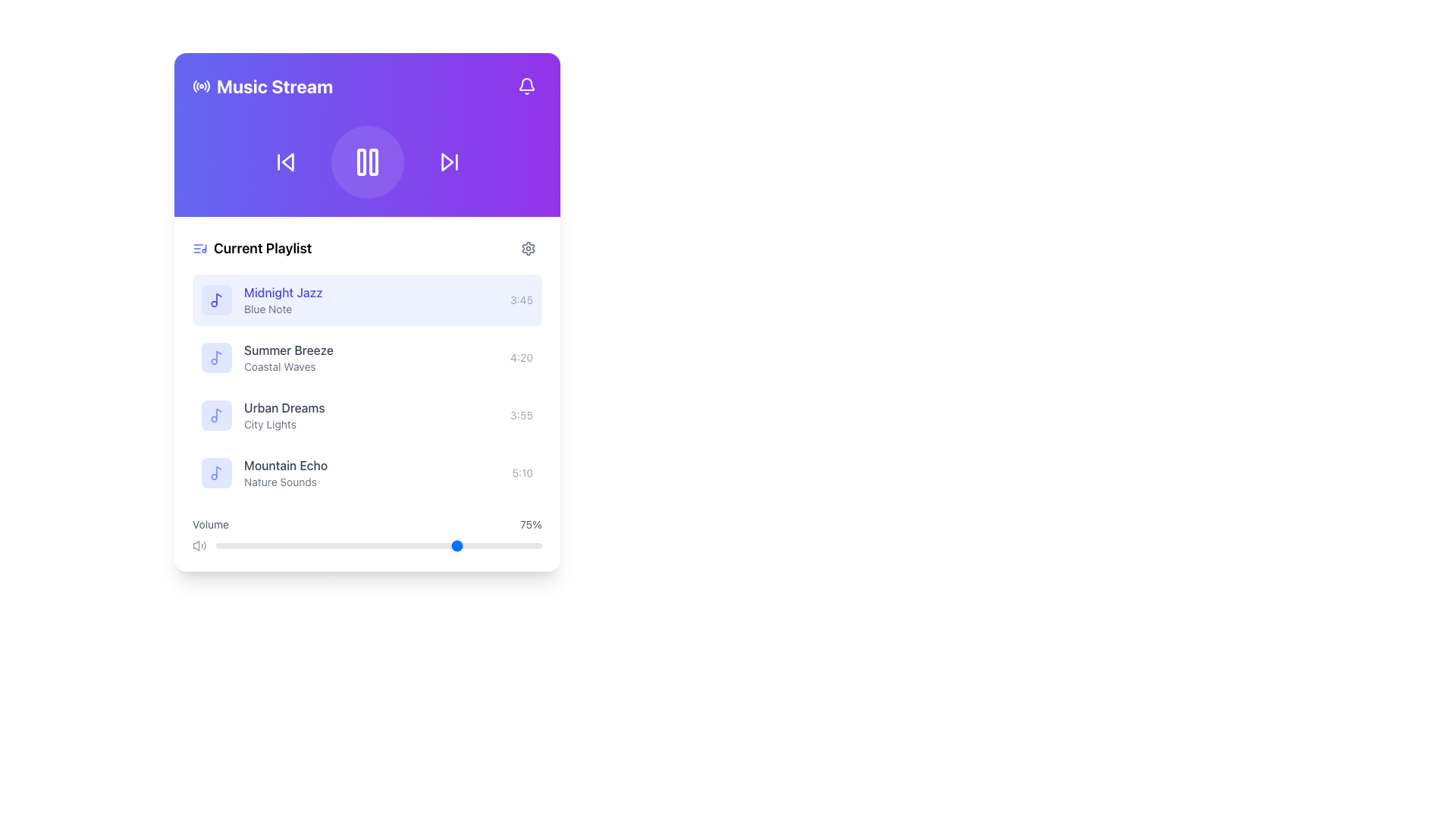 The width and height of the screenshot is (1456, 819). I want to click on the volume slider, so click(329, 546).